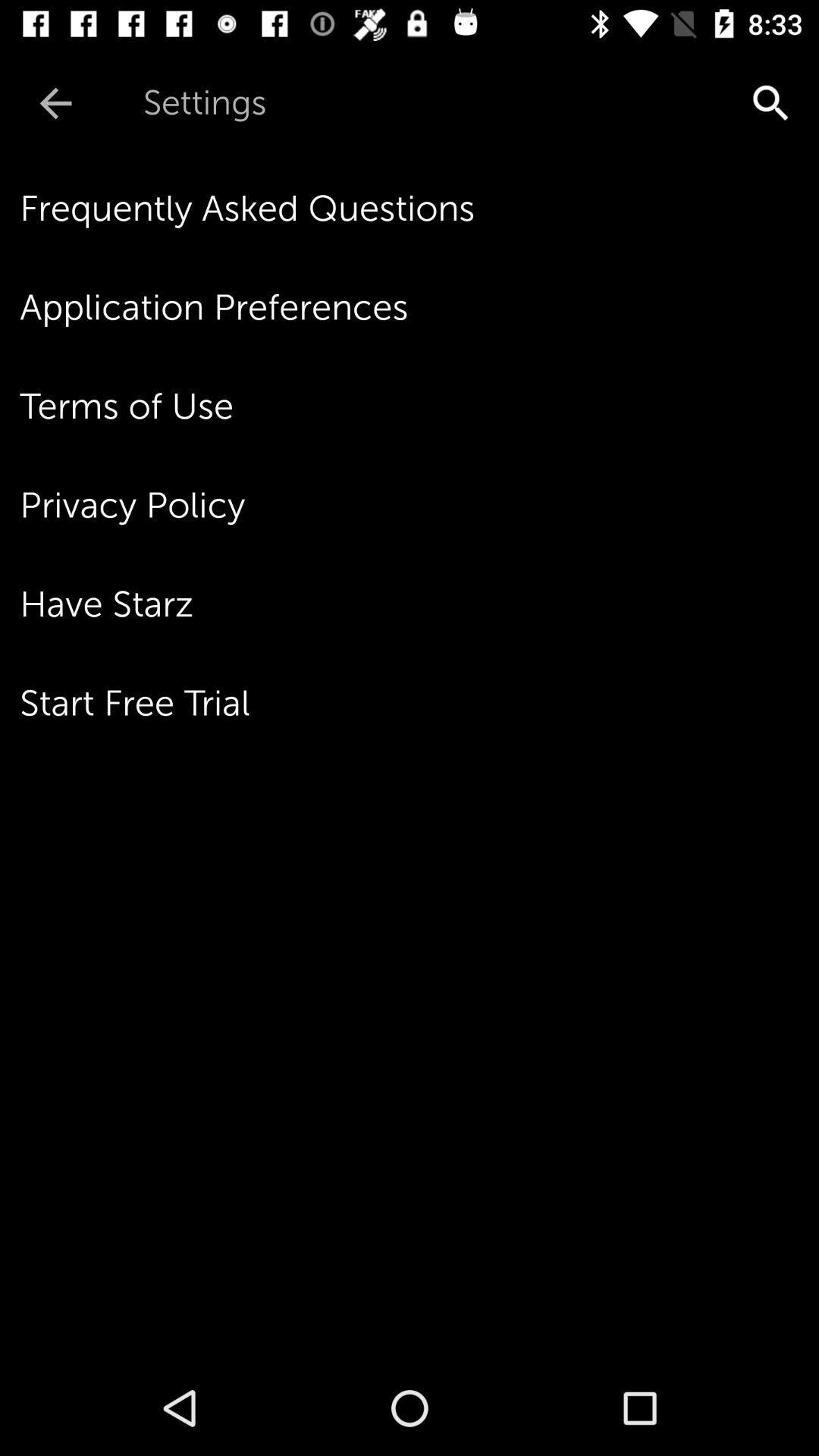  What do you see at coordinates (419, 604) in the screenshot?
I see `have starz icon` at bounding box center [419, 604].